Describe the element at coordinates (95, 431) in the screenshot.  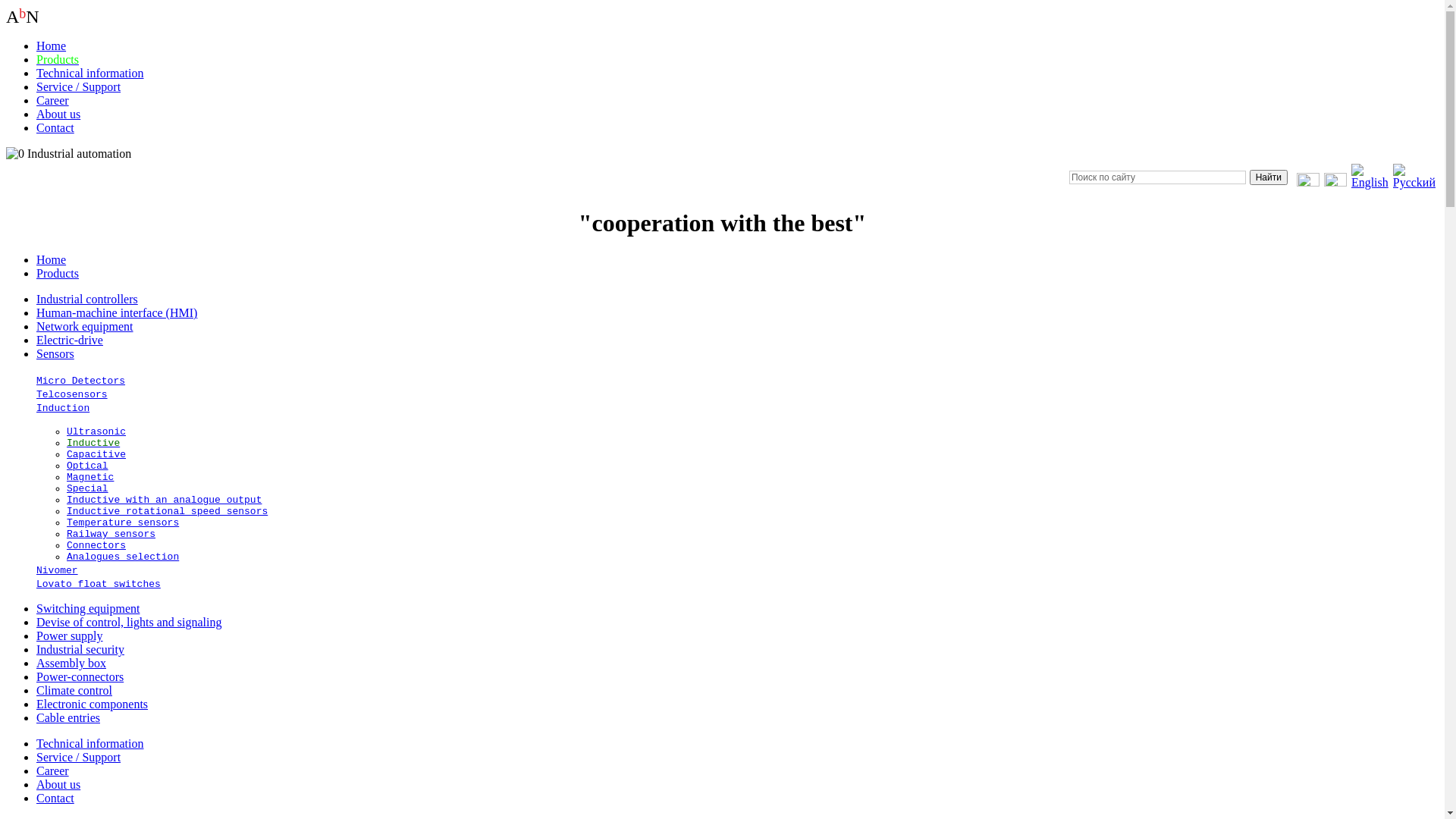
I see `'Ultrasonic'` at that location.